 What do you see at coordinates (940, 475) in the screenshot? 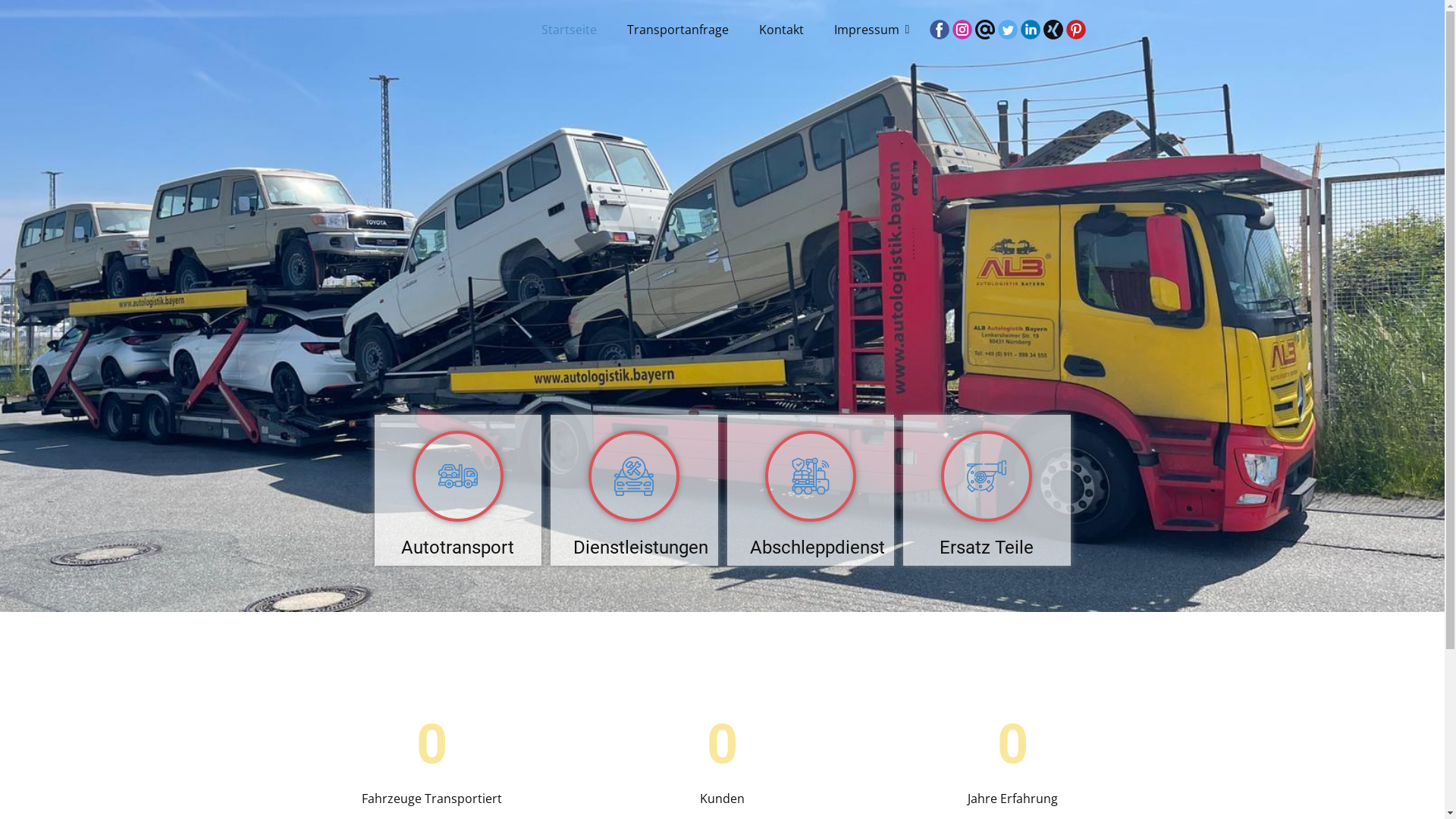
I see `'KFZ Ersatzteile'` at bounding box center [940, 475].